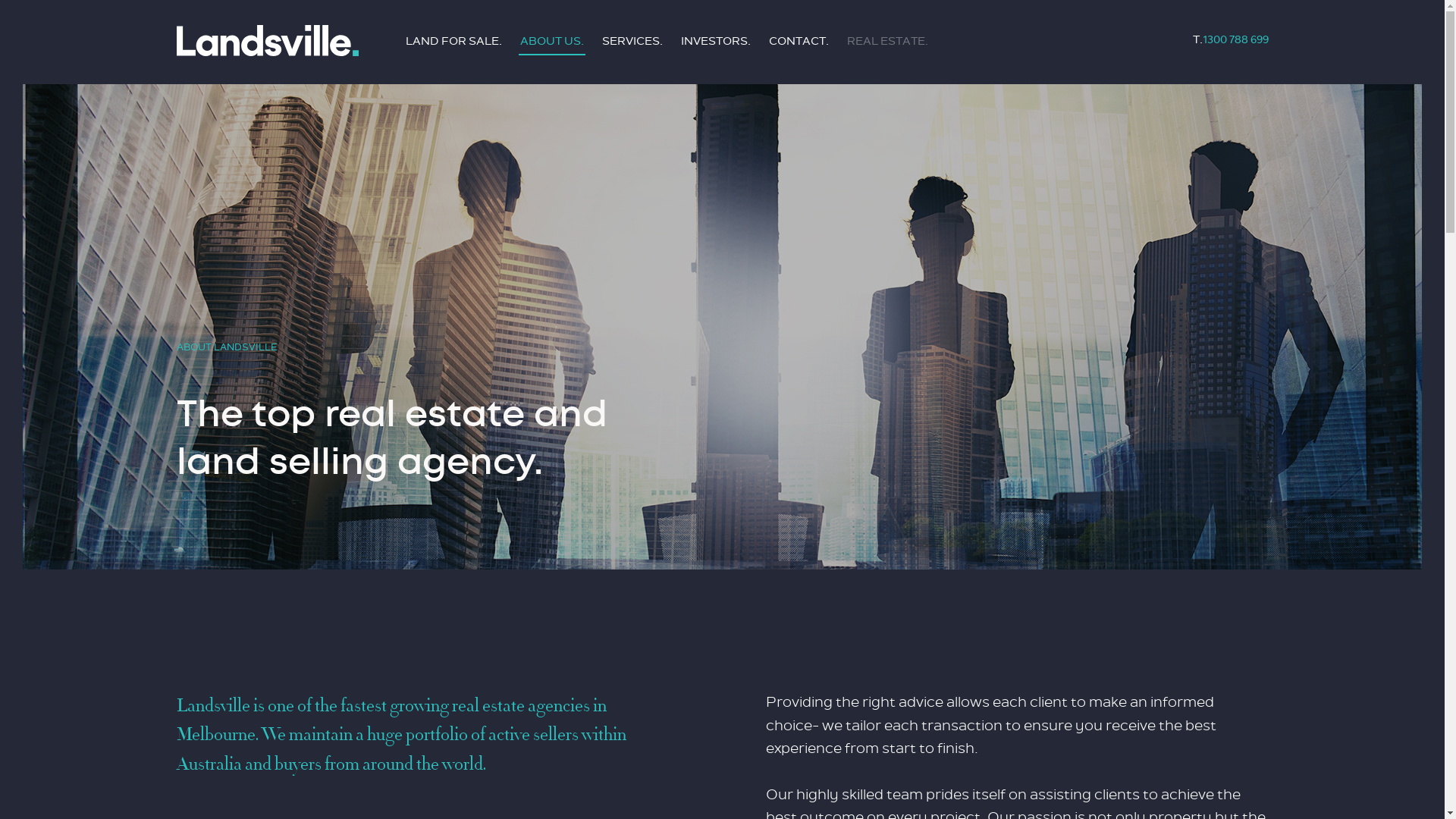 The height and width of the screenshot is (819, 1456). What do you see at coordinates (715, 40) in the screenshot?
I see `'INVESTORS.'` at bounding box center [715, 40].